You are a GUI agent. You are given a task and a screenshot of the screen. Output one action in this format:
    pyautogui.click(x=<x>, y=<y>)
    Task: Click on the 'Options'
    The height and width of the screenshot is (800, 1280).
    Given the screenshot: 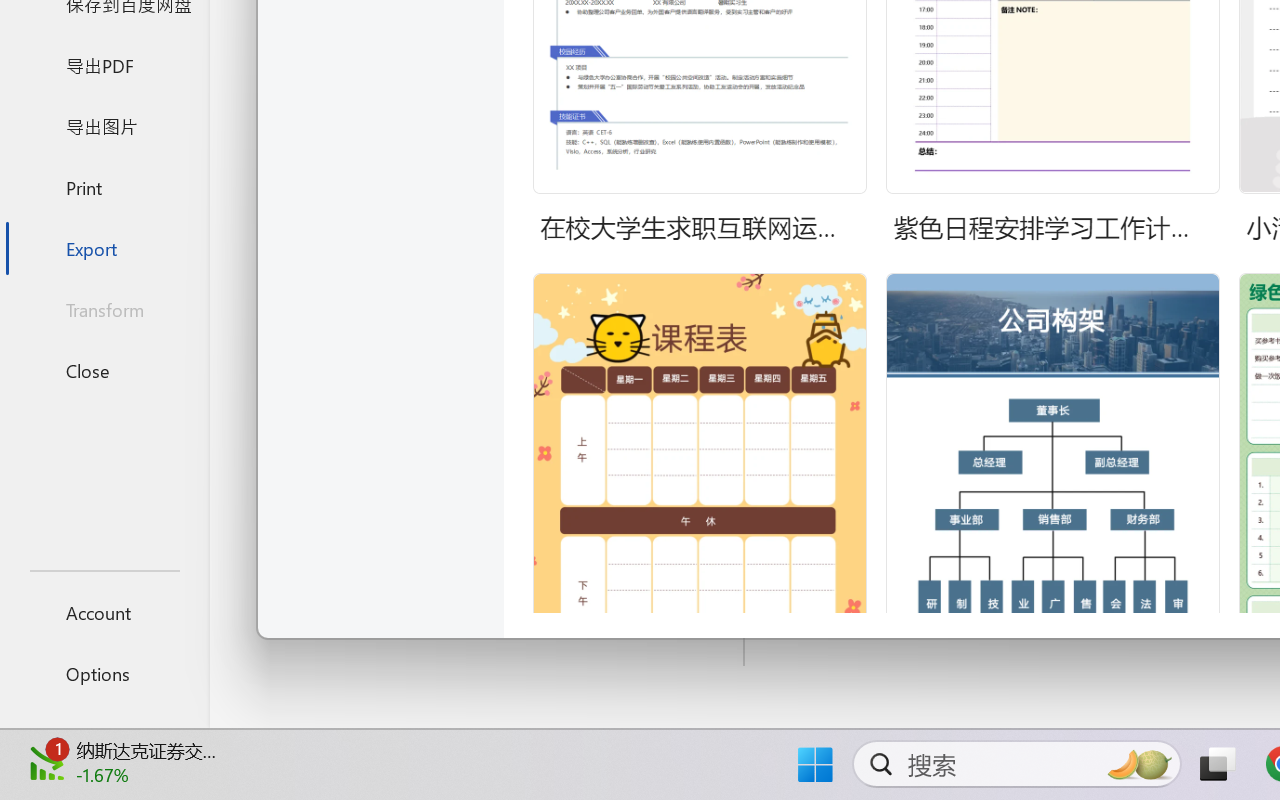 What is the action you would take?
    pyautogui.click(x=103, y=673)
    